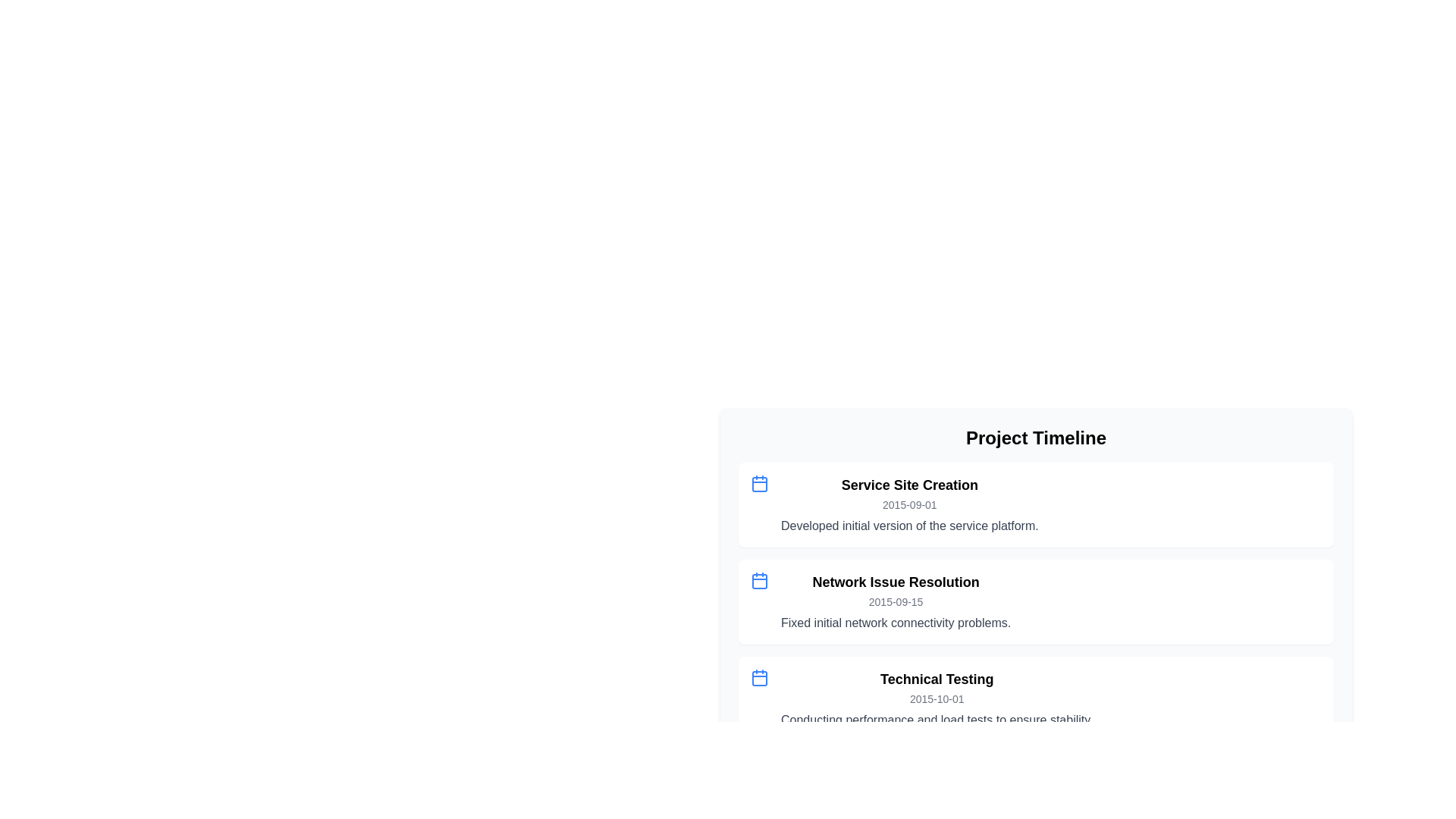 This screenshot has height=819, width=1456. Describe the element at coordinates (936, 698) in the screenshot. I see `text displaying the date for the 'Technical Testing' event, located in the third timeline entry, just below the title text` at that location.